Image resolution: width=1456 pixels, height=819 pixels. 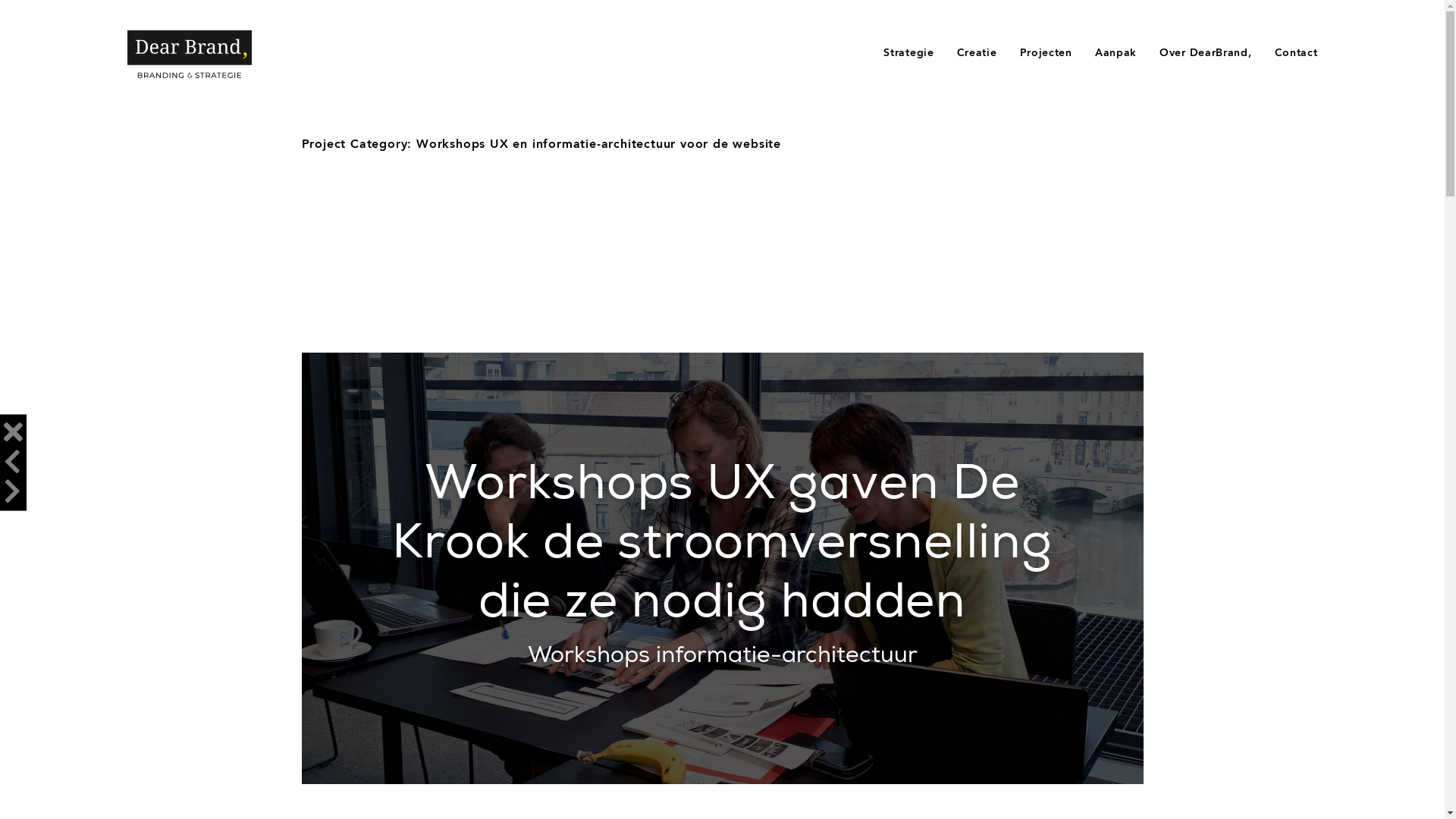 I want to click on 'Projecten', so click(x=1045, y=52).